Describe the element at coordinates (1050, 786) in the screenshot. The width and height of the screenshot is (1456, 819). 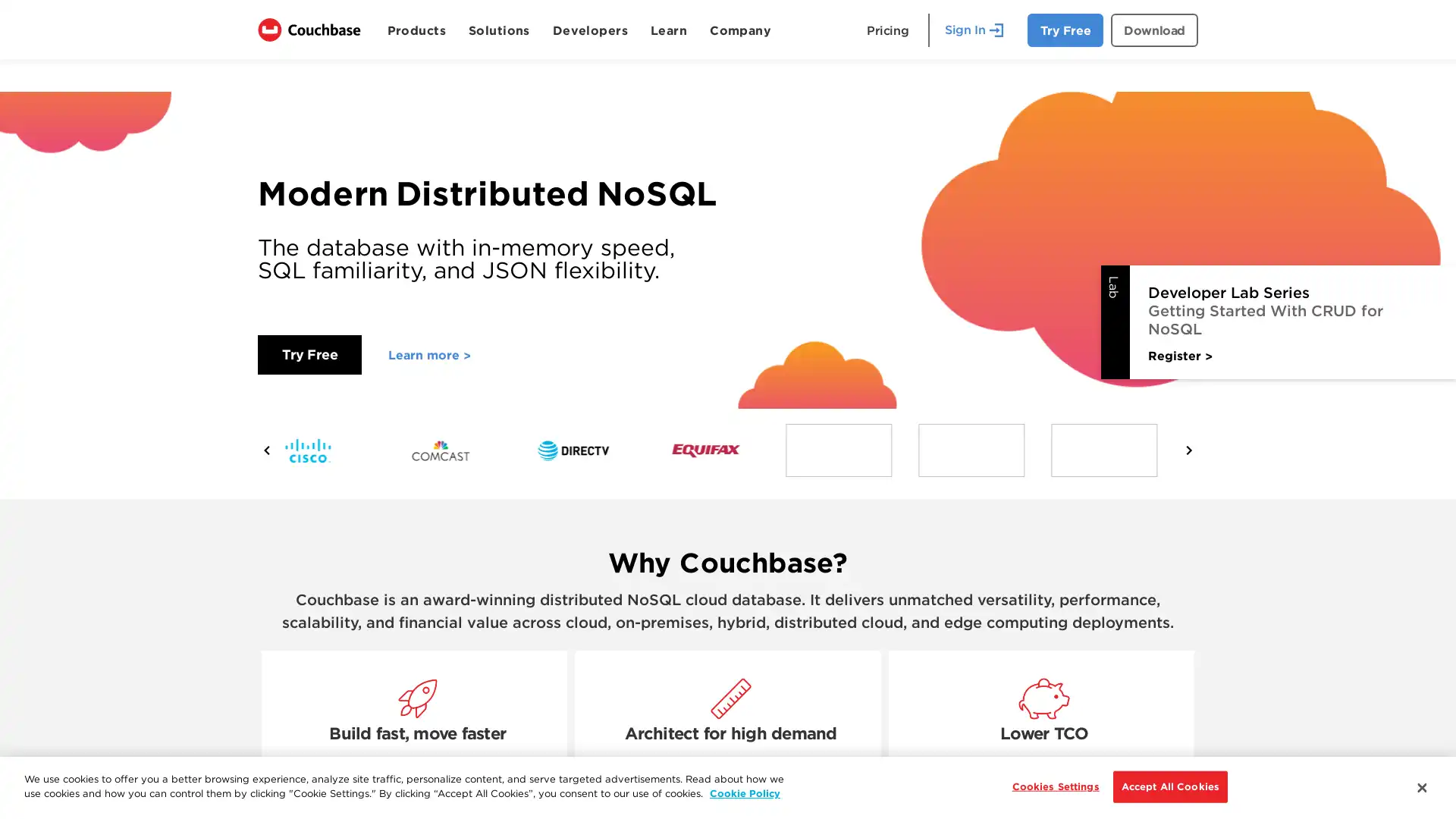
I see `Cookies Settings` at that location.